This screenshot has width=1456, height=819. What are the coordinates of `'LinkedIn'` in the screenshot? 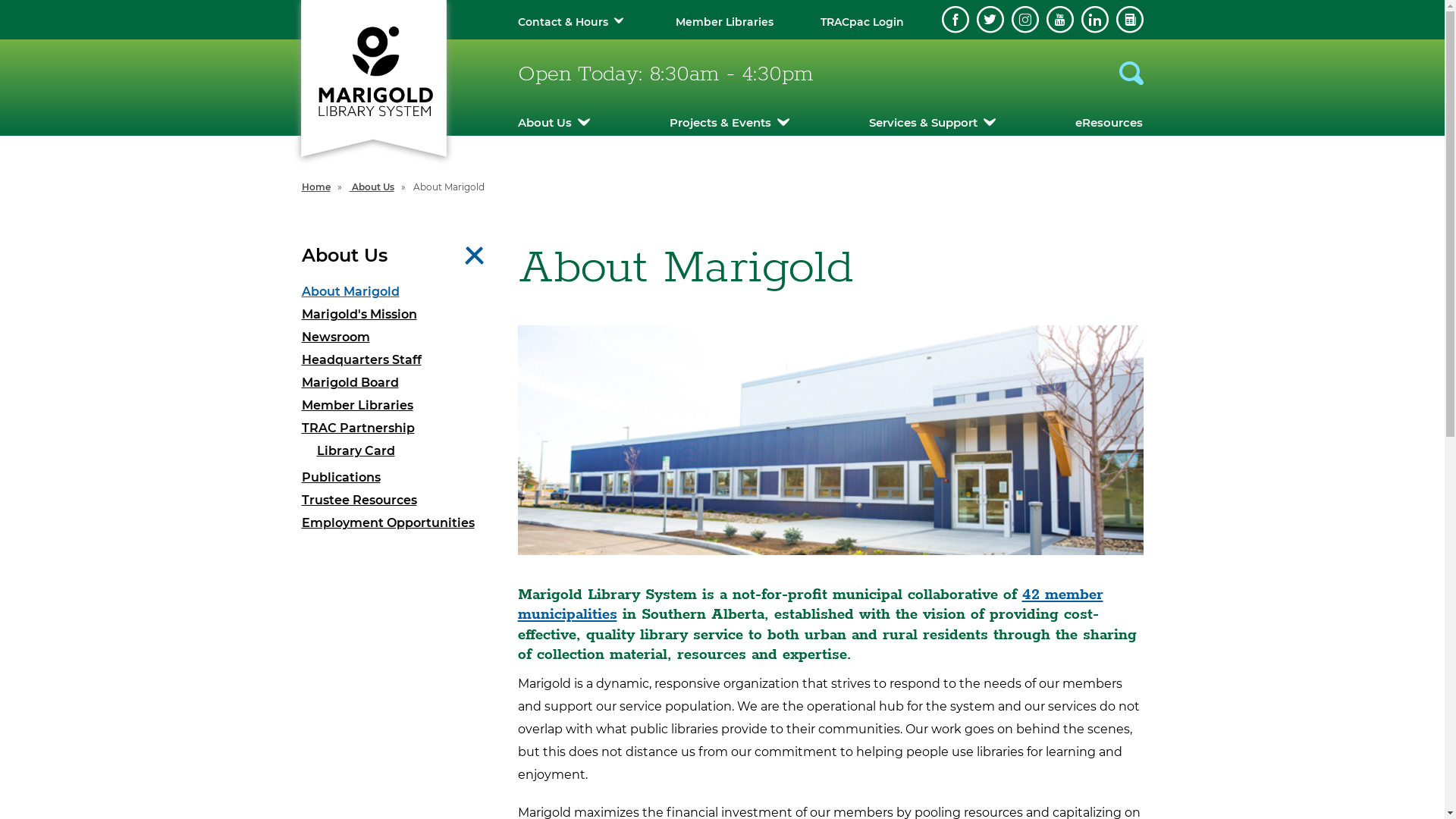 It's located at (1080, 20).